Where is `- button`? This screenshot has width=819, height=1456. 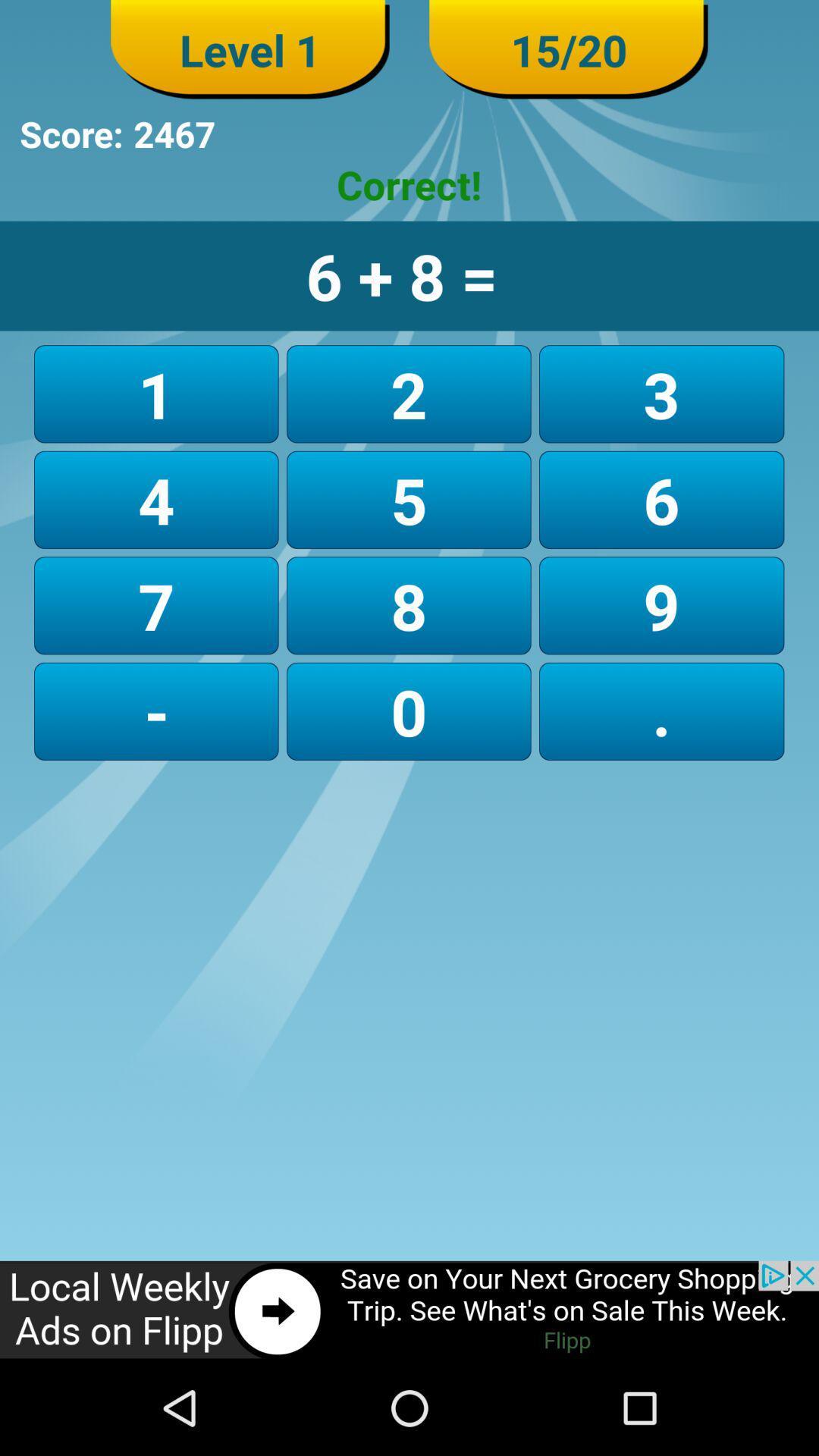
- button is located at coordinates (156, 711).